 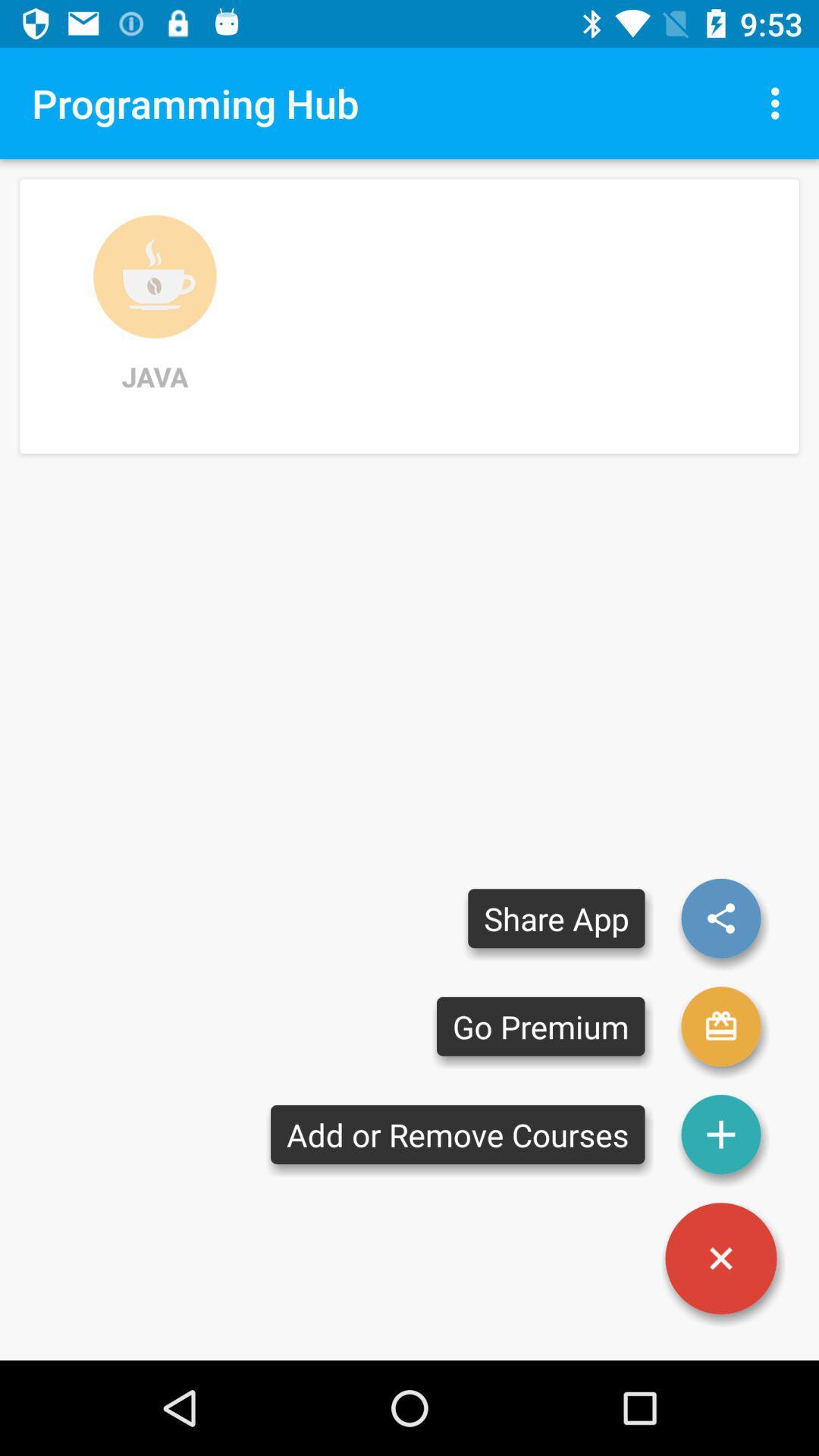 I want to click on the add icon, so click(x=720, y=1134).